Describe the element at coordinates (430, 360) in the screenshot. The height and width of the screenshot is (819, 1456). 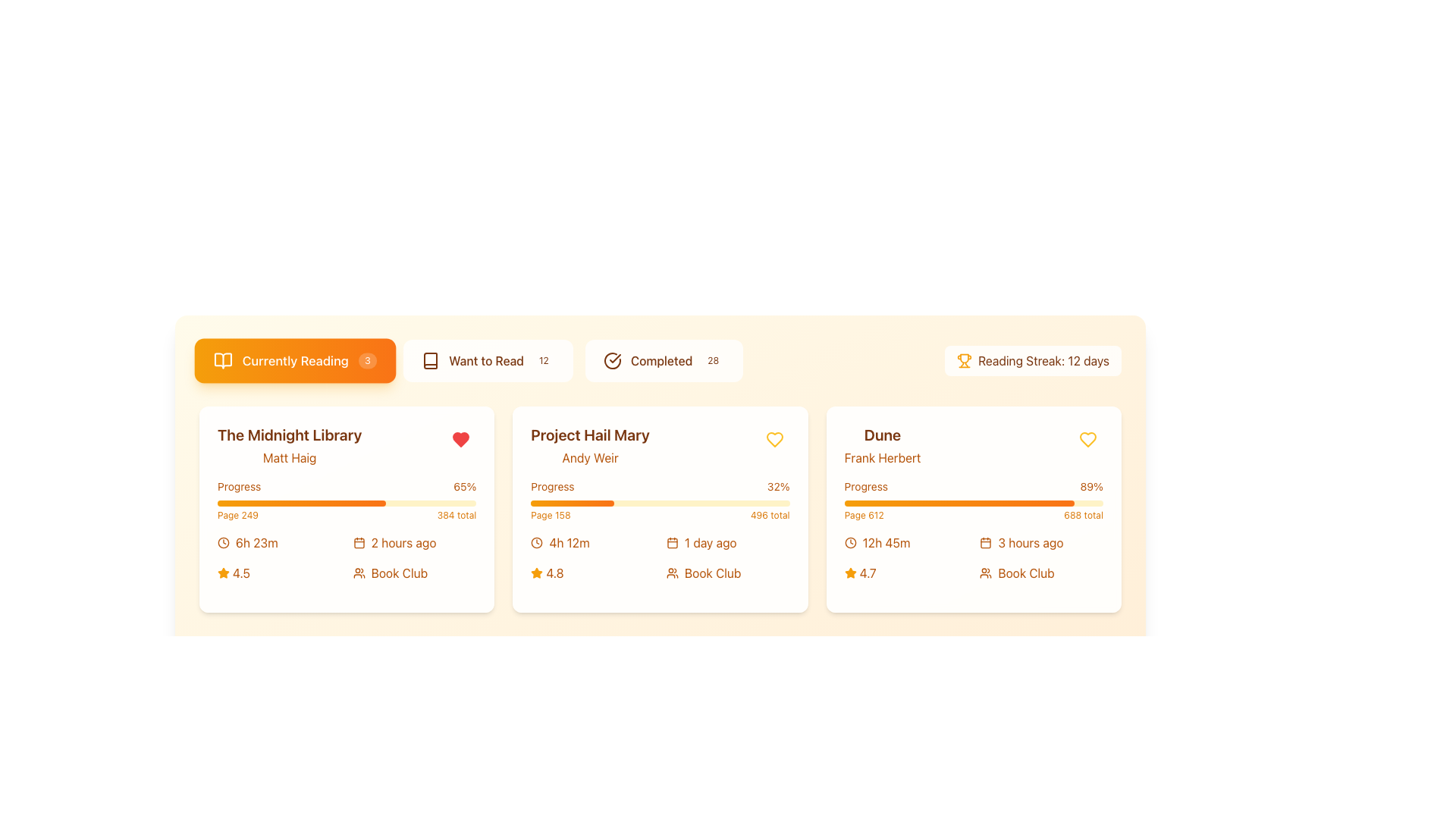
I see `the book icon that is part of the 'Want to Read' button, which is the second button in the toolbar and is located to the left of the text 'Want to Read'` at that location.